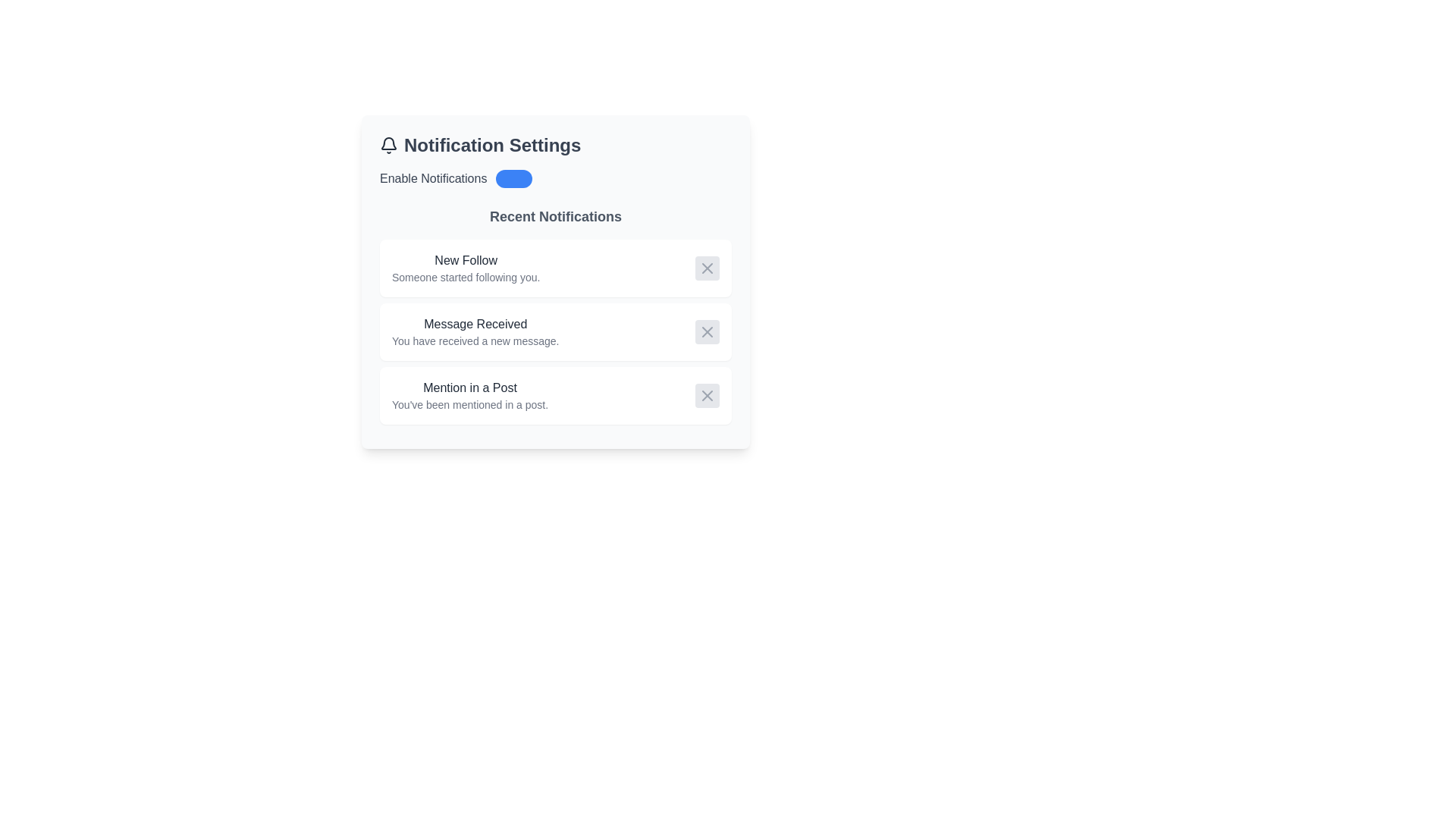 The height and width of the screenshot is (819, 1456). What do you see at coordinates (475, 331) in the screenshot?
I see `the Notification text block that displays 'Message Received' and 'You have received a new message.'` at bounding box center [475, 331].